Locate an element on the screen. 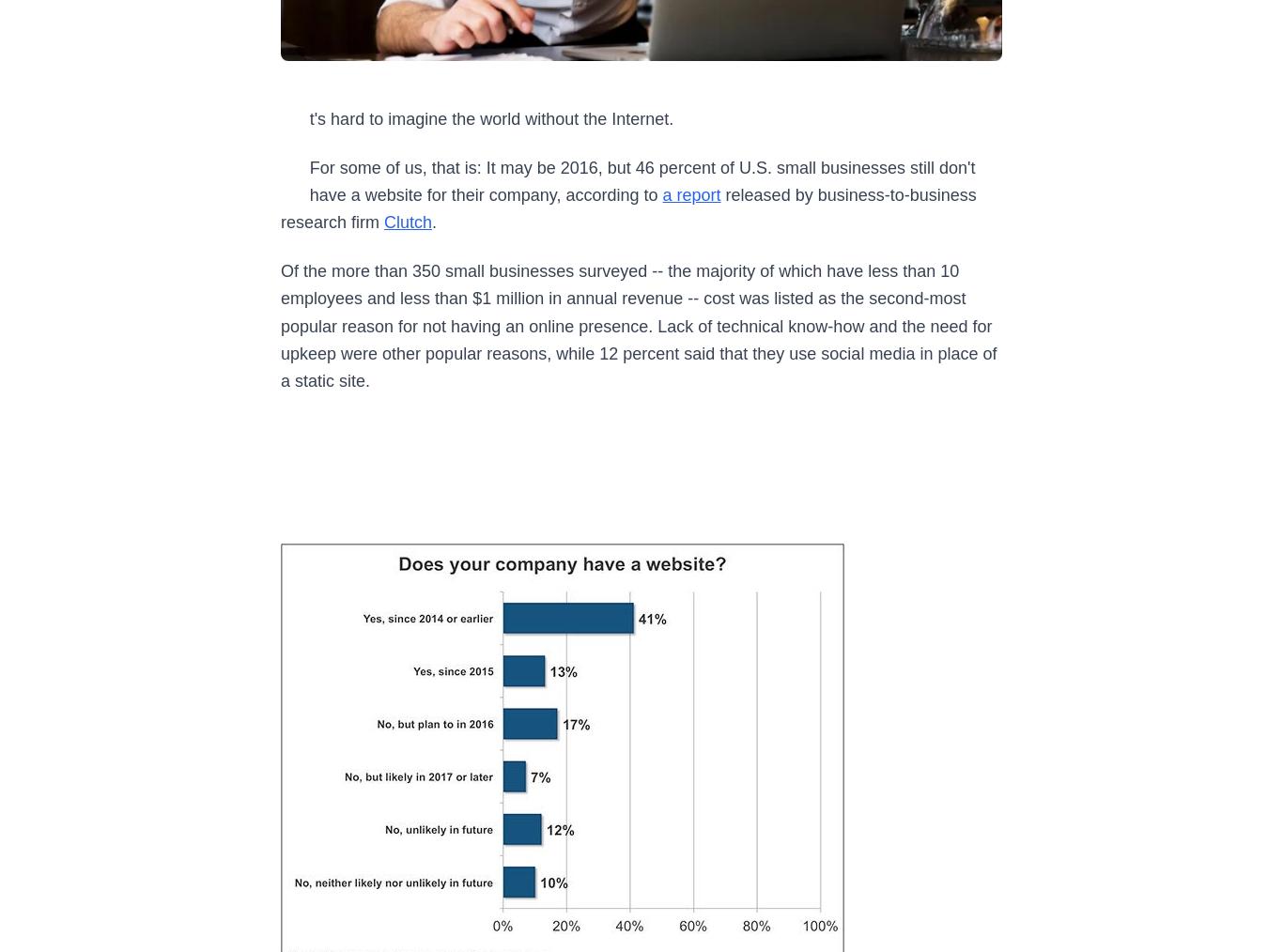 This screenshot has width=1283, height=952. '5 Strategies for Leaders to Thrive Before (and After) Hitting Their 90s' is located at coordinates (281, 526).